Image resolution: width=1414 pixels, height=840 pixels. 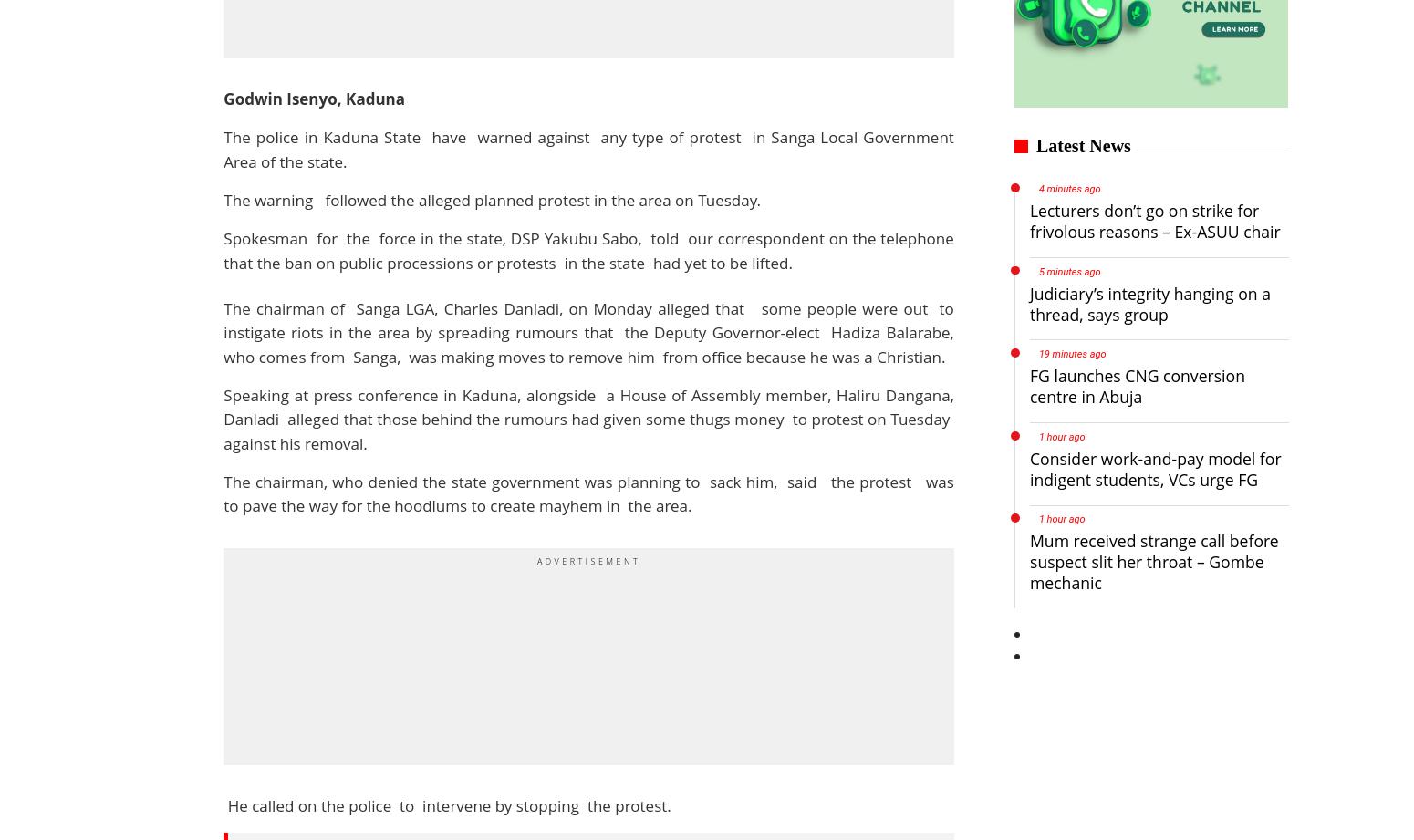 What do you see at coordinates (416, 12) in the screenshot?
I see `'Access over 40,000 games, from BBNaija to all ranges of virtual games.'` at bounding box center [416, 12].